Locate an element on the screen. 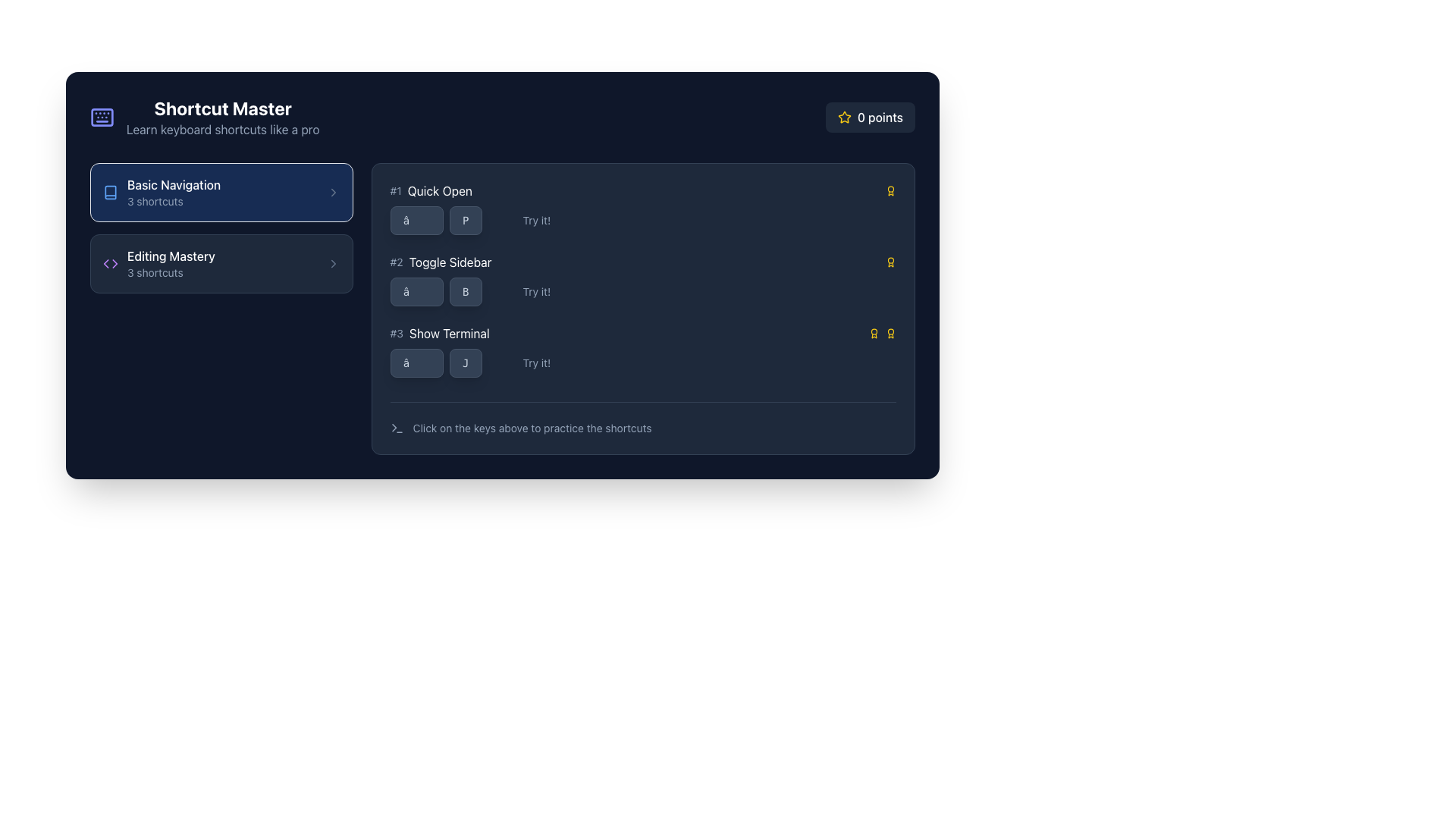 The image size is (1456, 819). the icon located at the top-right of the section adjacent to the heading '#1Quick Open', which symbolizes an achievement or feature highlight is located at coordinates (891, 190).